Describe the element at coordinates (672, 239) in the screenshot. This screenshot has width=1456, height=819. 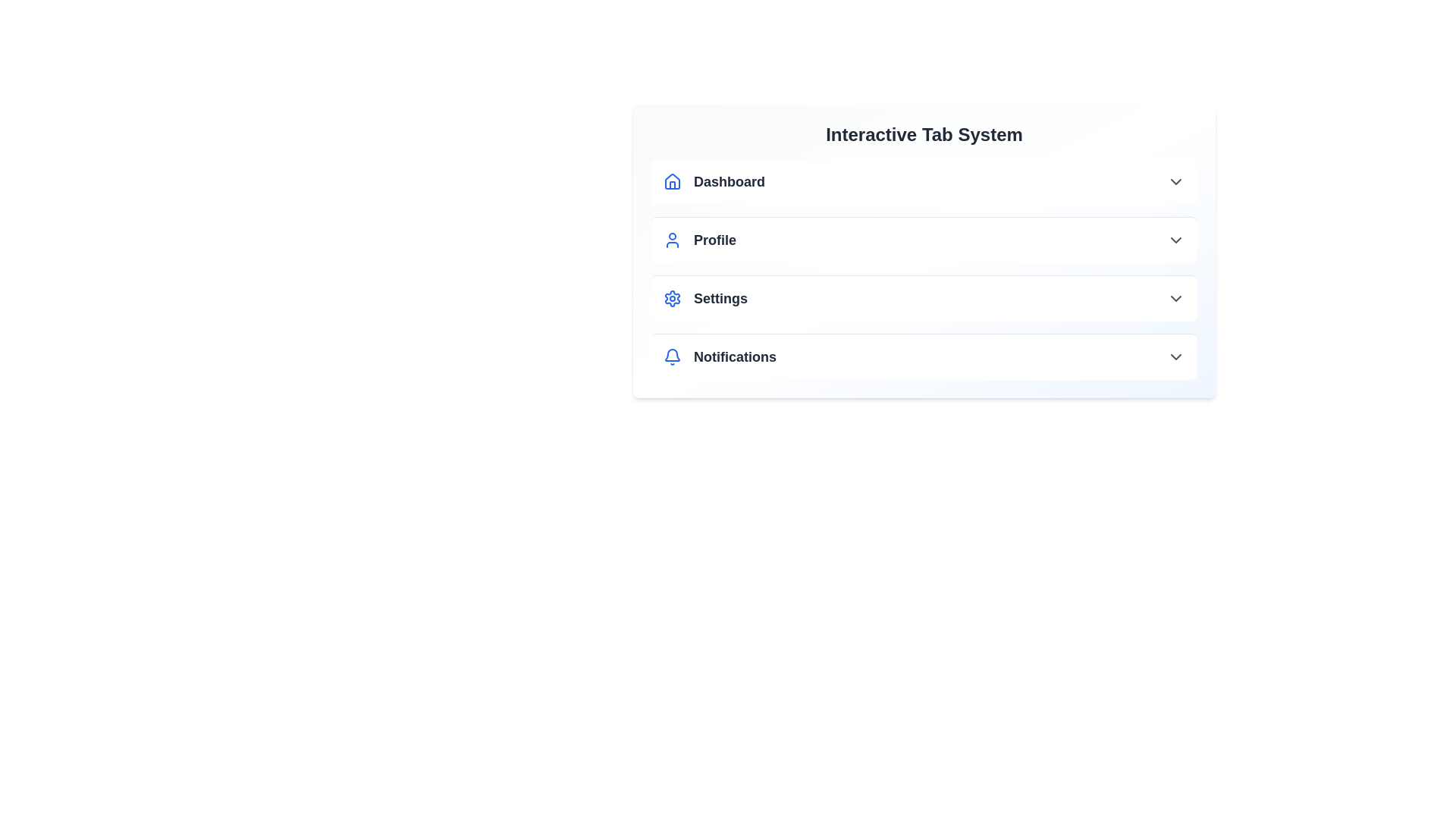
I see `the user profile icon located` at that location.